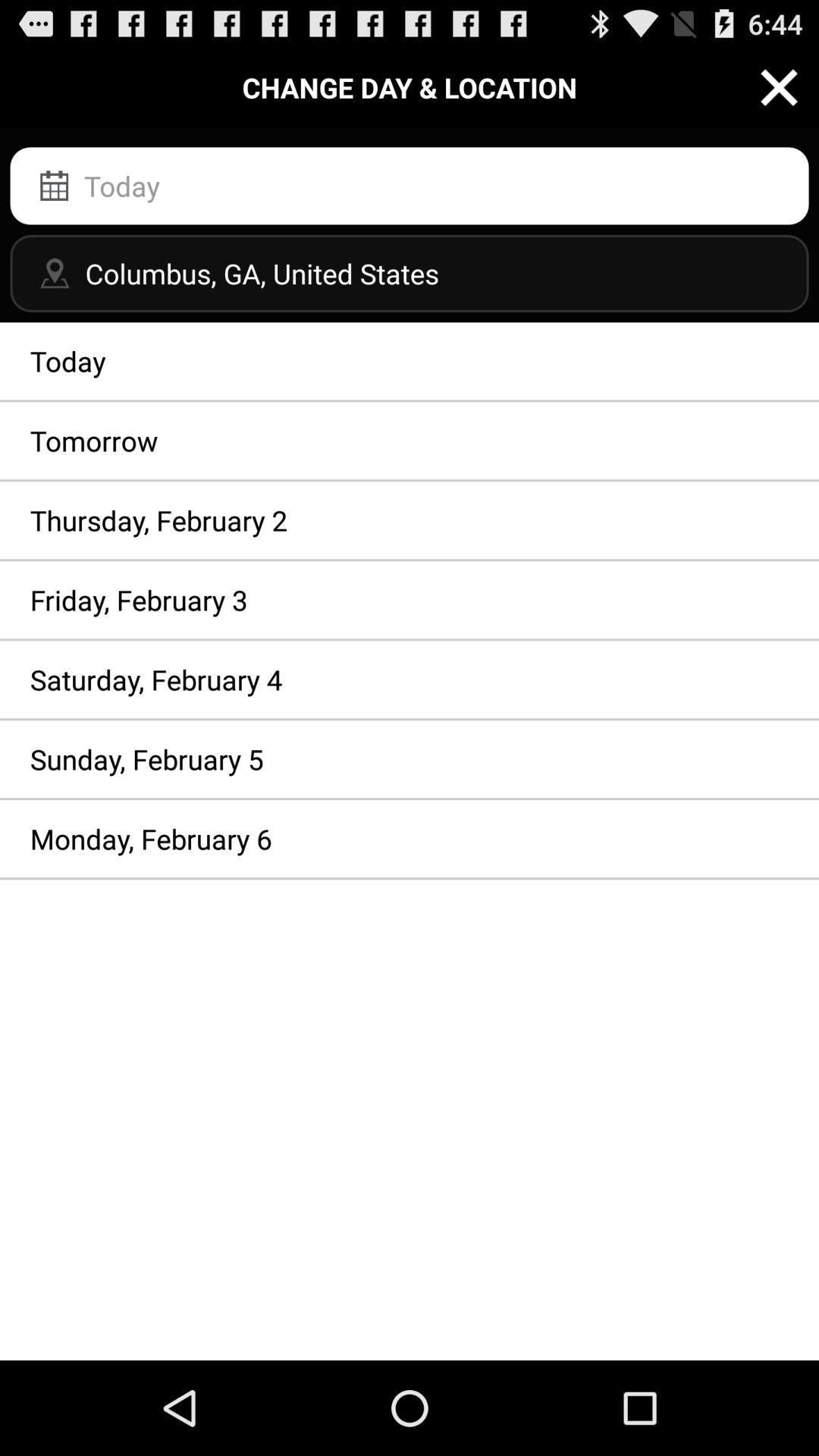 The width and height of the screenshot is (819, 1456). I want to click on the app above the tomorrow, so click(409, 360).